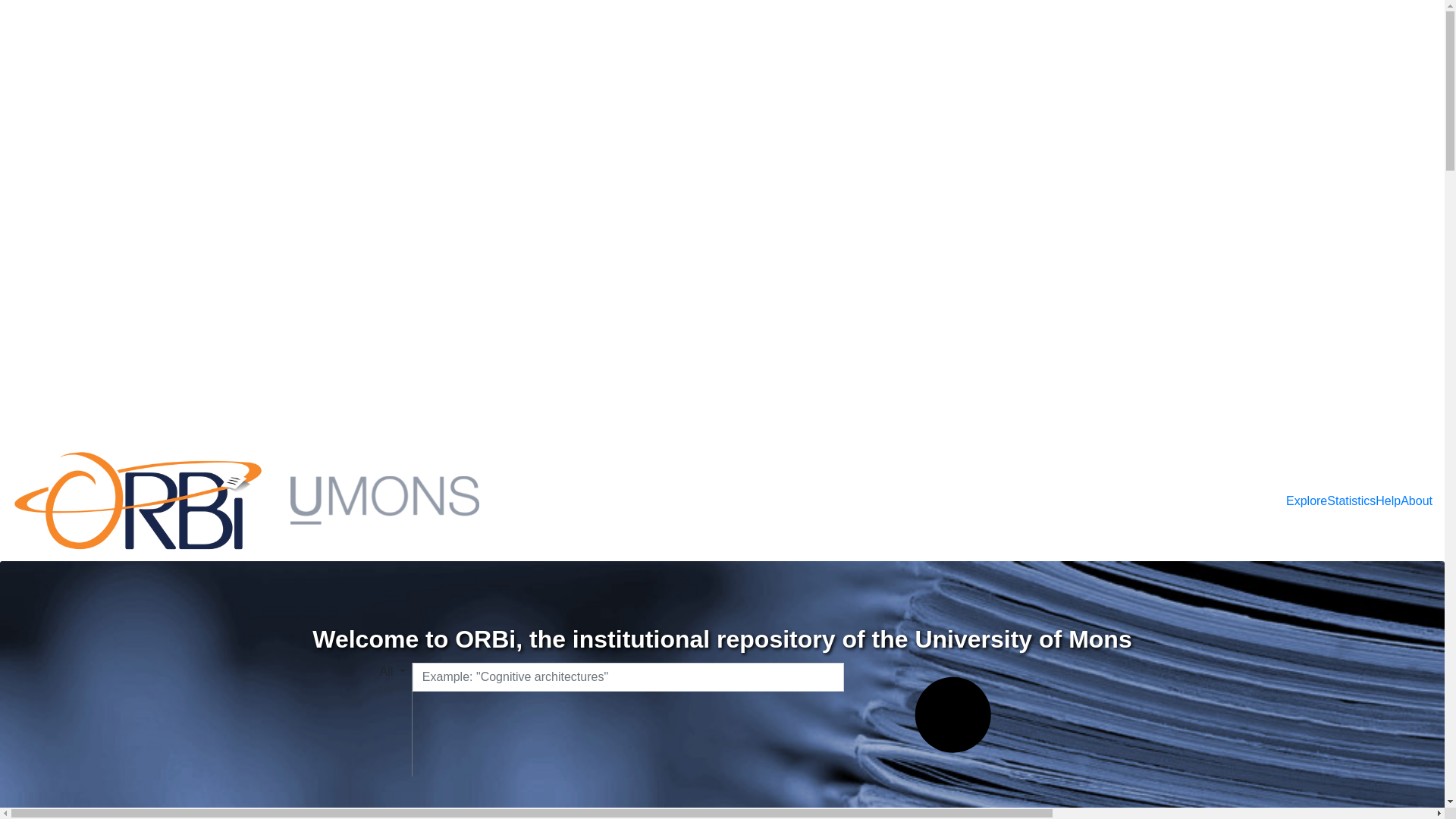  Describe the element at coordinates (1388, 500) in the screenshot. I see `'Help'` at that location.